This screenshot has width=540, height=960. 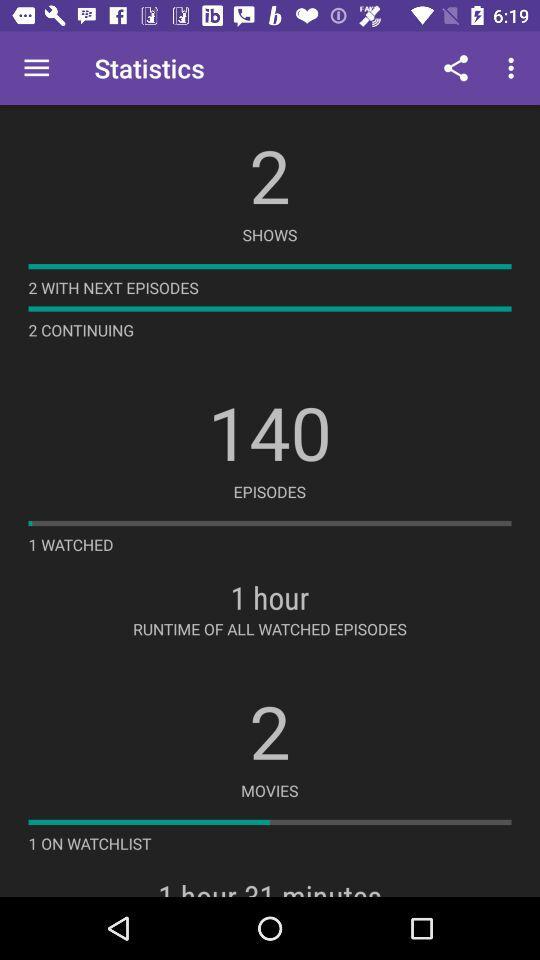 What do you see at coordinates (36, 68) in the screenshot?
I see `icon to the left of the statistics` at bounding box center [36, 68].